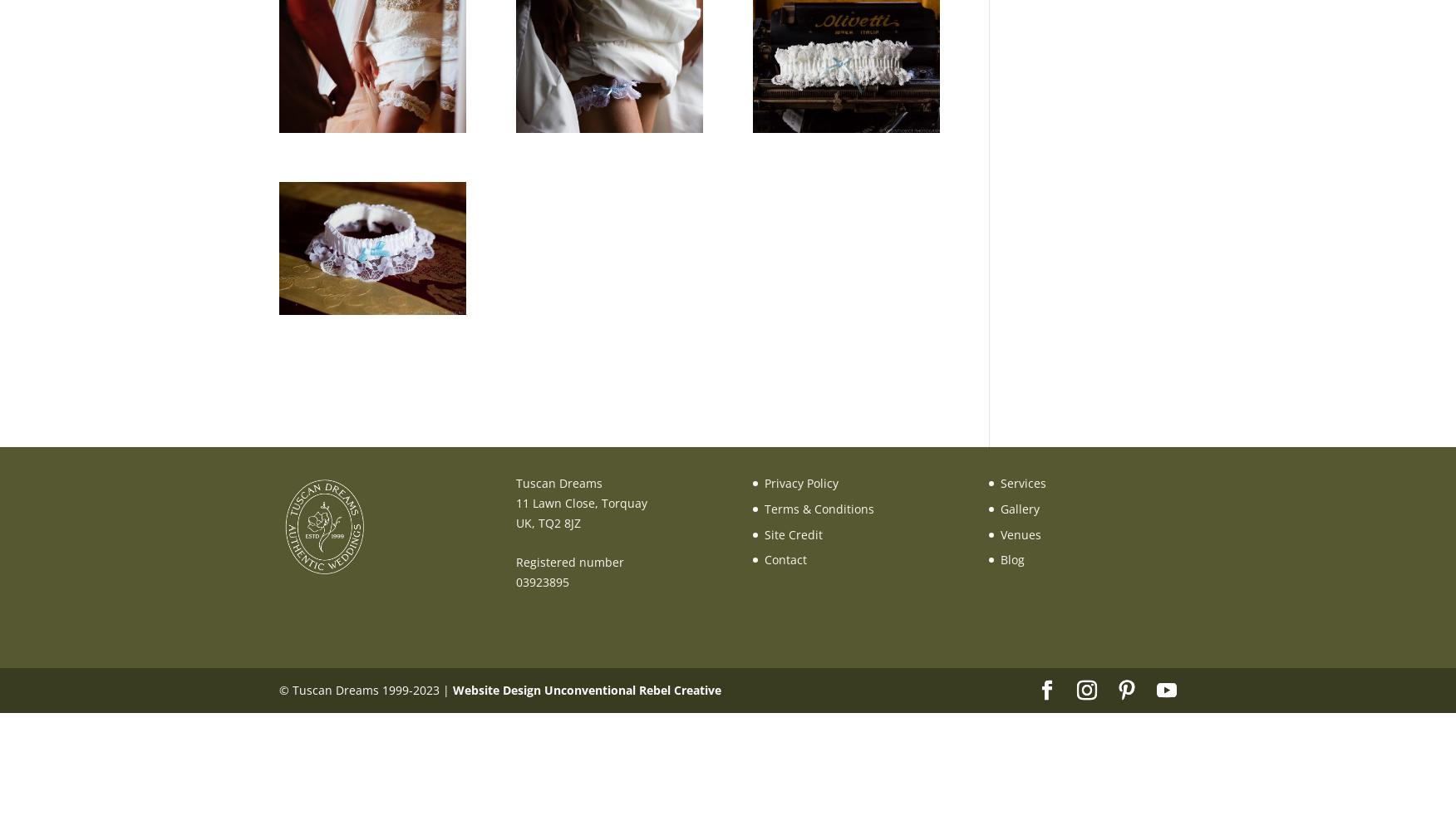 This screenshot has height=831, width=1456. Describe the element at coordinates (1000, 482) in the screenshot. I see `'Services'` at that location.